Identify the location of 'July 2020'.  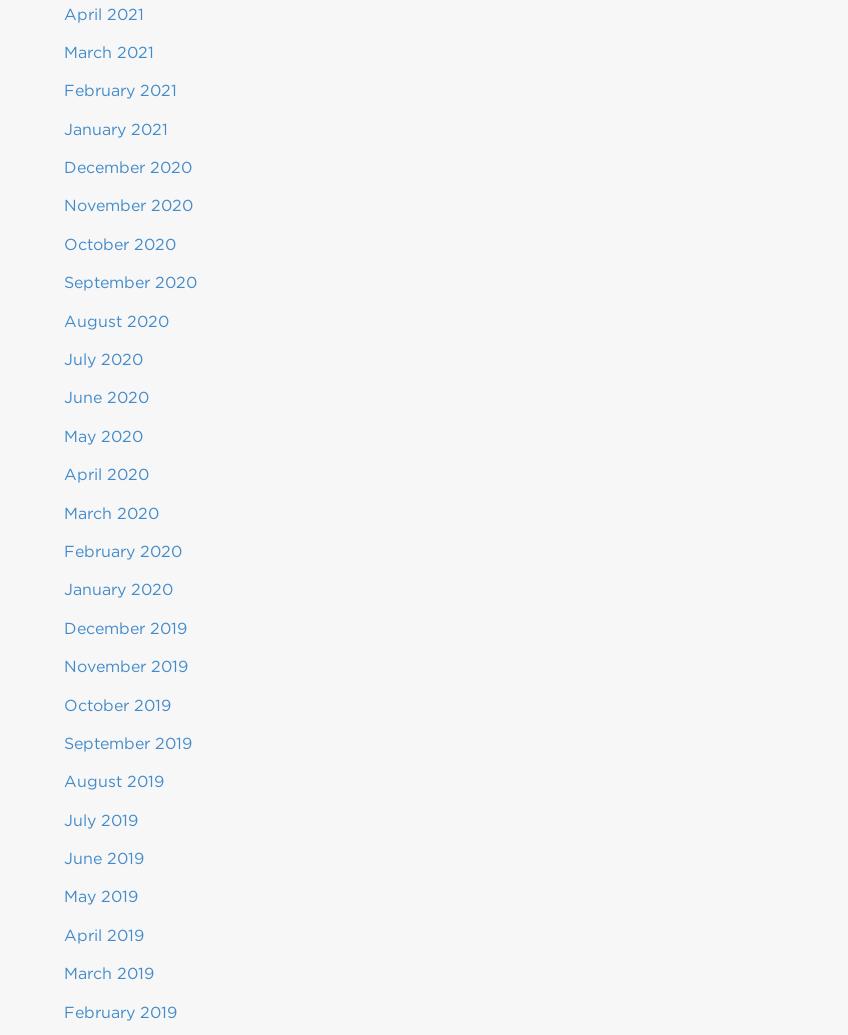
(103, 359).